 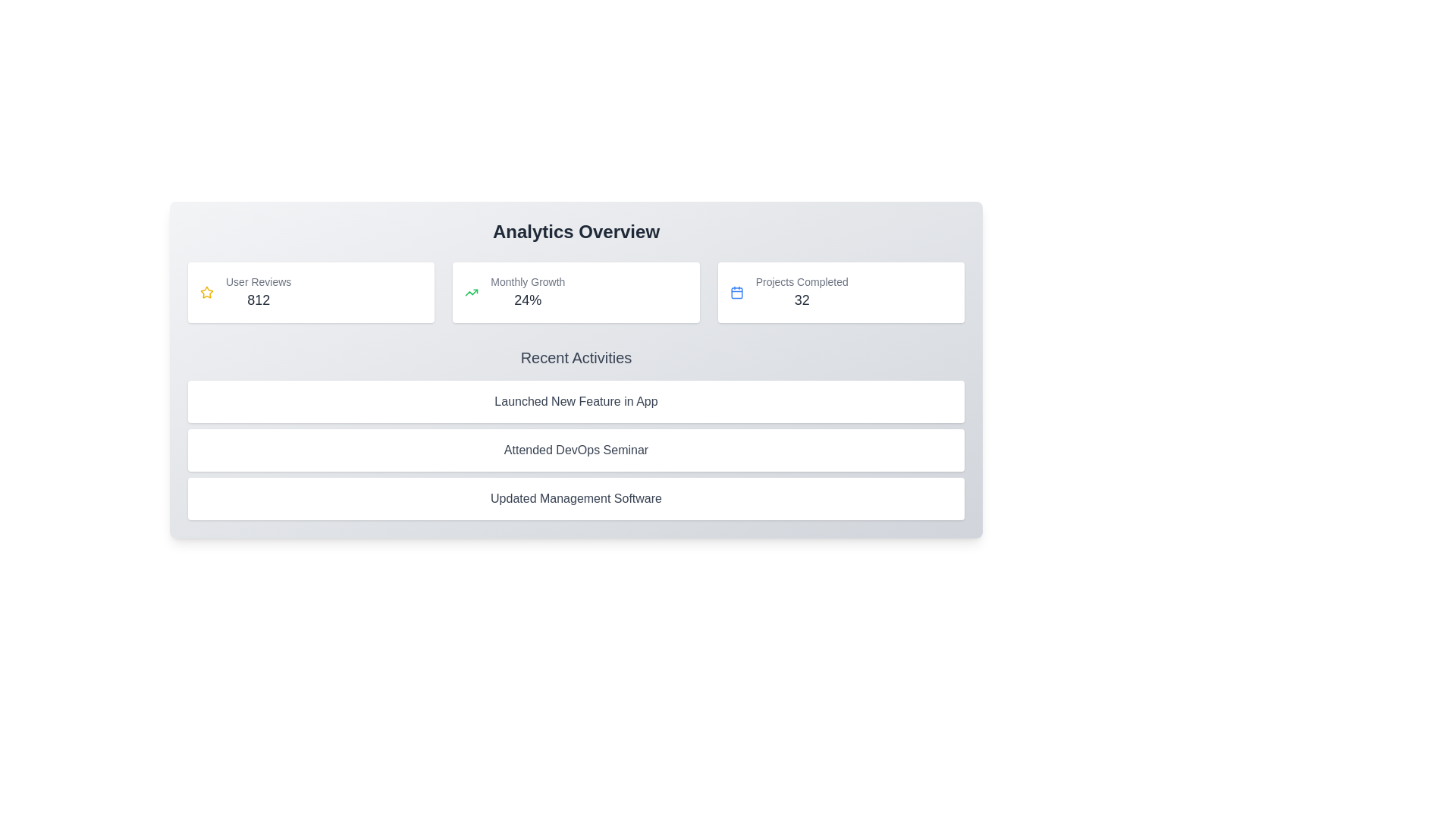 What do you see at coordinates (310, 292) in the screenshot?
I see `displayed information from the 'User Reviews' informational card, which is the leftmost card in a grid of three cards, showing the number '812' in a larger, bold, dark gray font` at bounding box center [310, 292].